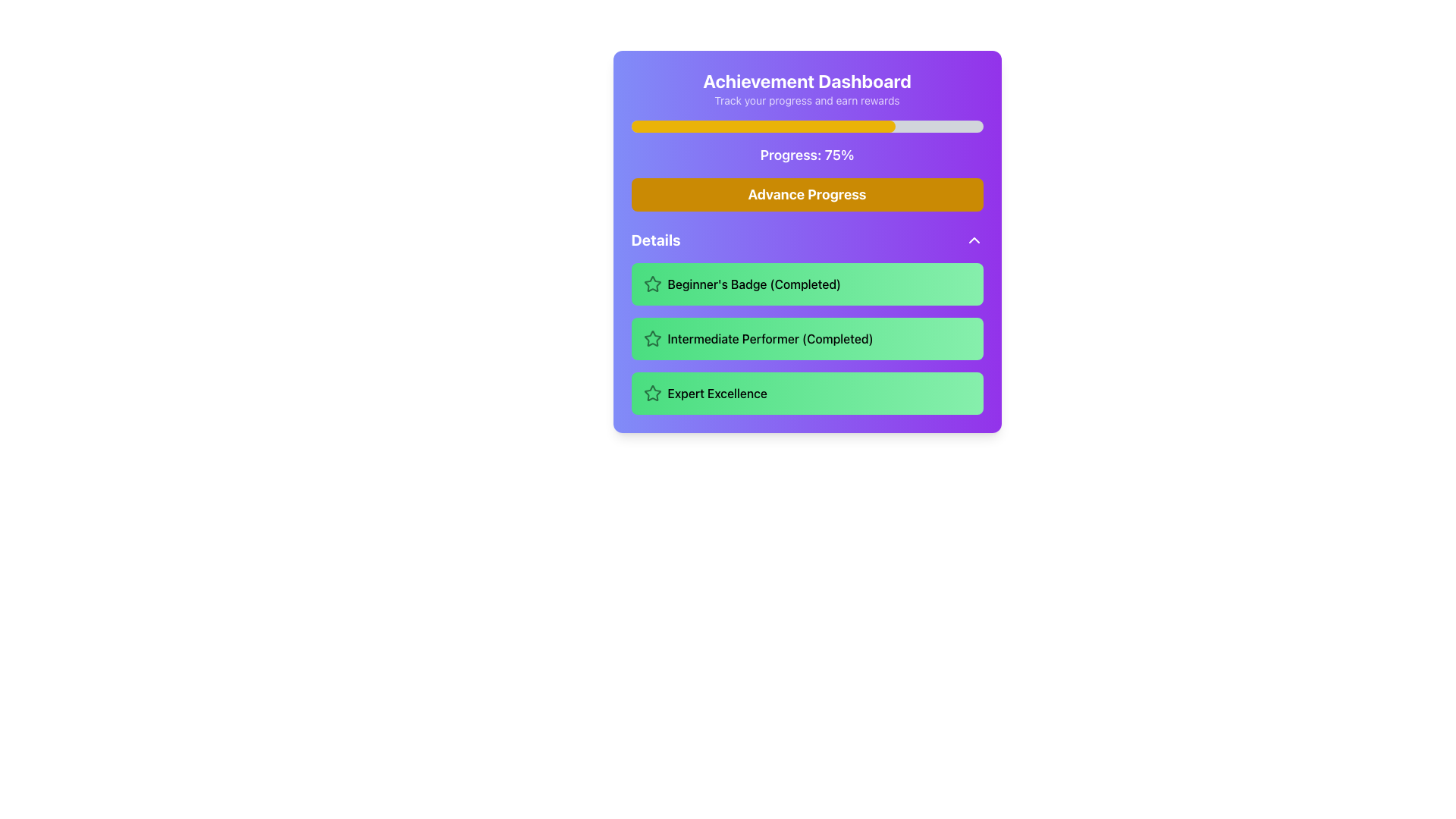 This screenshot has width=1456, height=819. What do you see at coordinates (806, 284) in the screenshot?
I see `the first static badge component labeled 'Beginner's Badge (Completed)' with a gradient background and a pulsating star icon, located under the 'Details' section` at bounding box center [806, 284].